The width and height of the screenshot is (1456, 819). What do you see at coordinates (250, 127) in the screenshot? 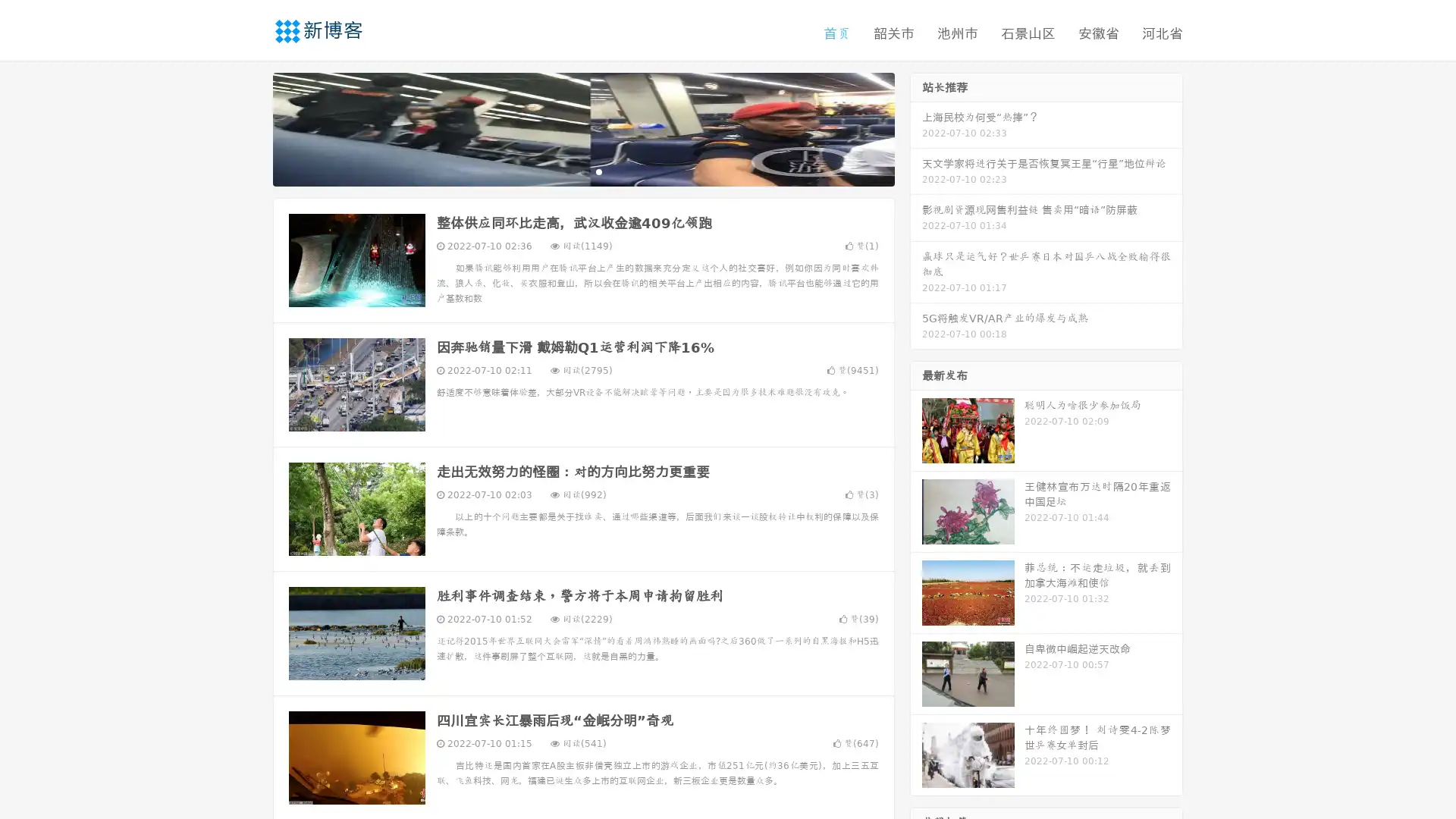
I see `Previous slide` at bounding box center [250, 127].